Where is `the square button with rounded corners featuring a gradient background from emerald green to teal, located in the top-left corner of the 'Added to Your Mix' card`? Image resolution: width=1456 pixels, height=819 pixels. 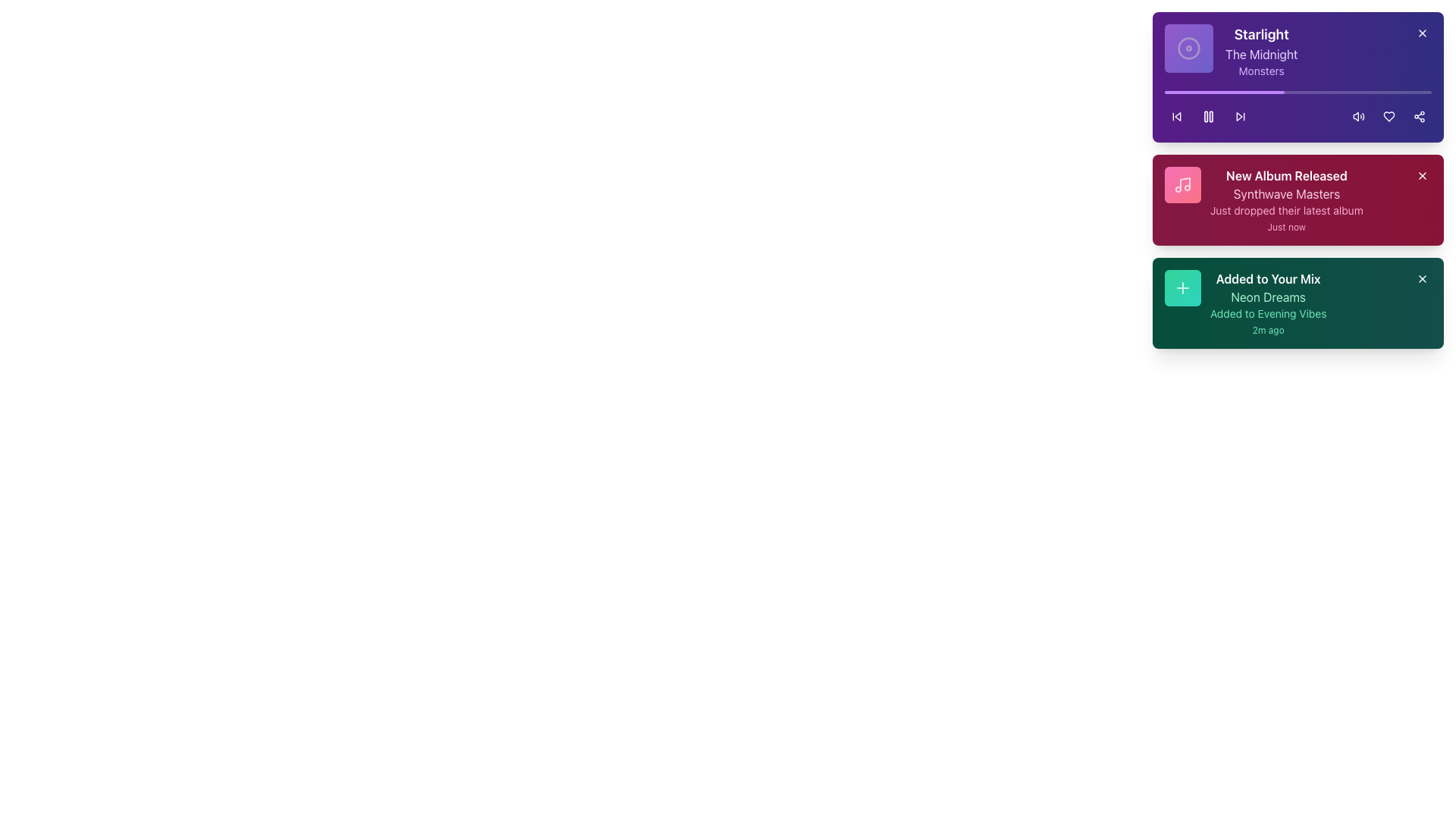
the square button with rounded corners featuring a gradient background from emerald green to teal, located in the top-left corner of the 'Added to Your Mix' card is located at coordinates (1182, 288).